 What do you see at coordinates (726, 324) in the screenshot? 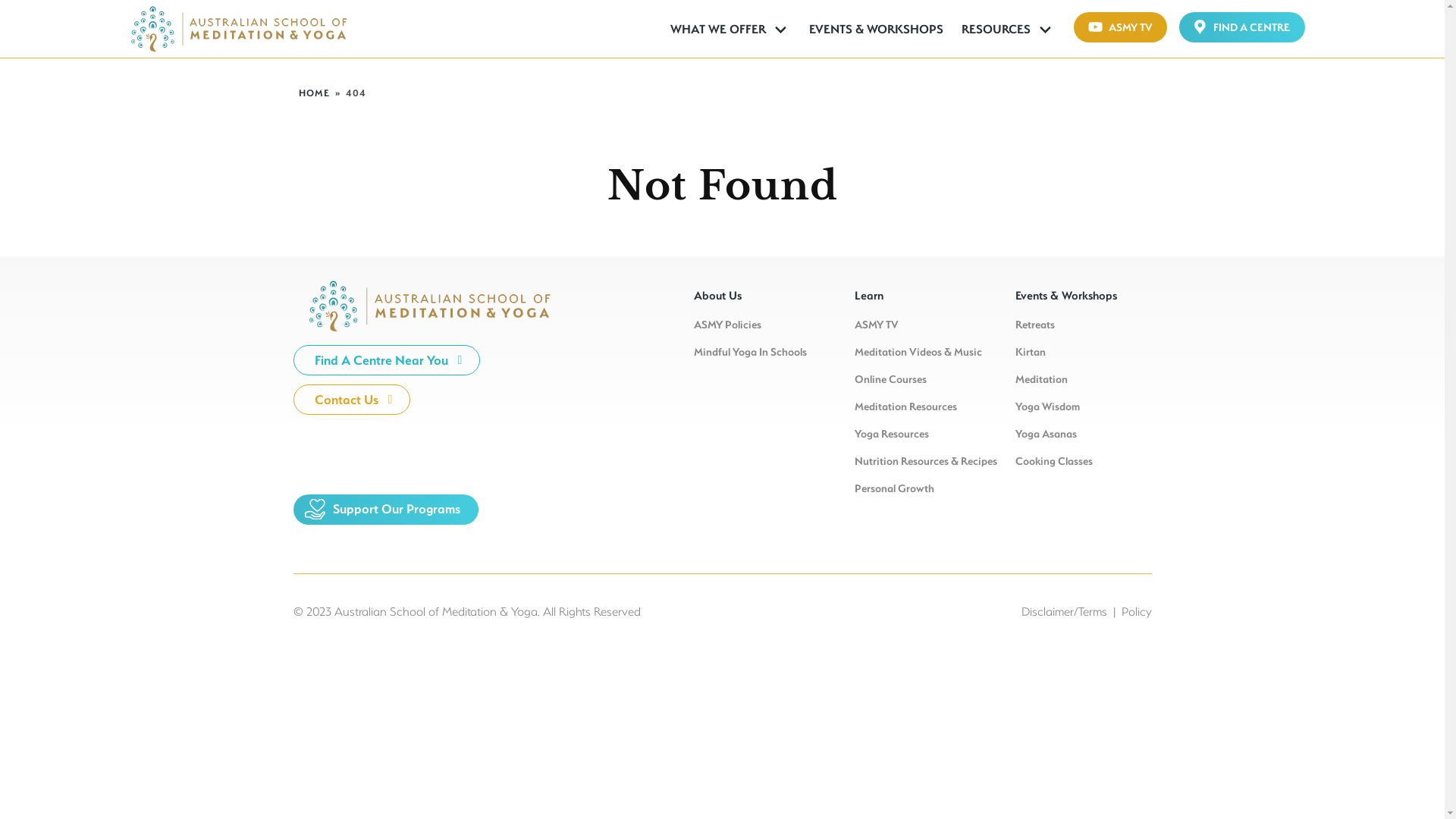
I see `'ASMY Policies'` at bounding box center [726, 324].